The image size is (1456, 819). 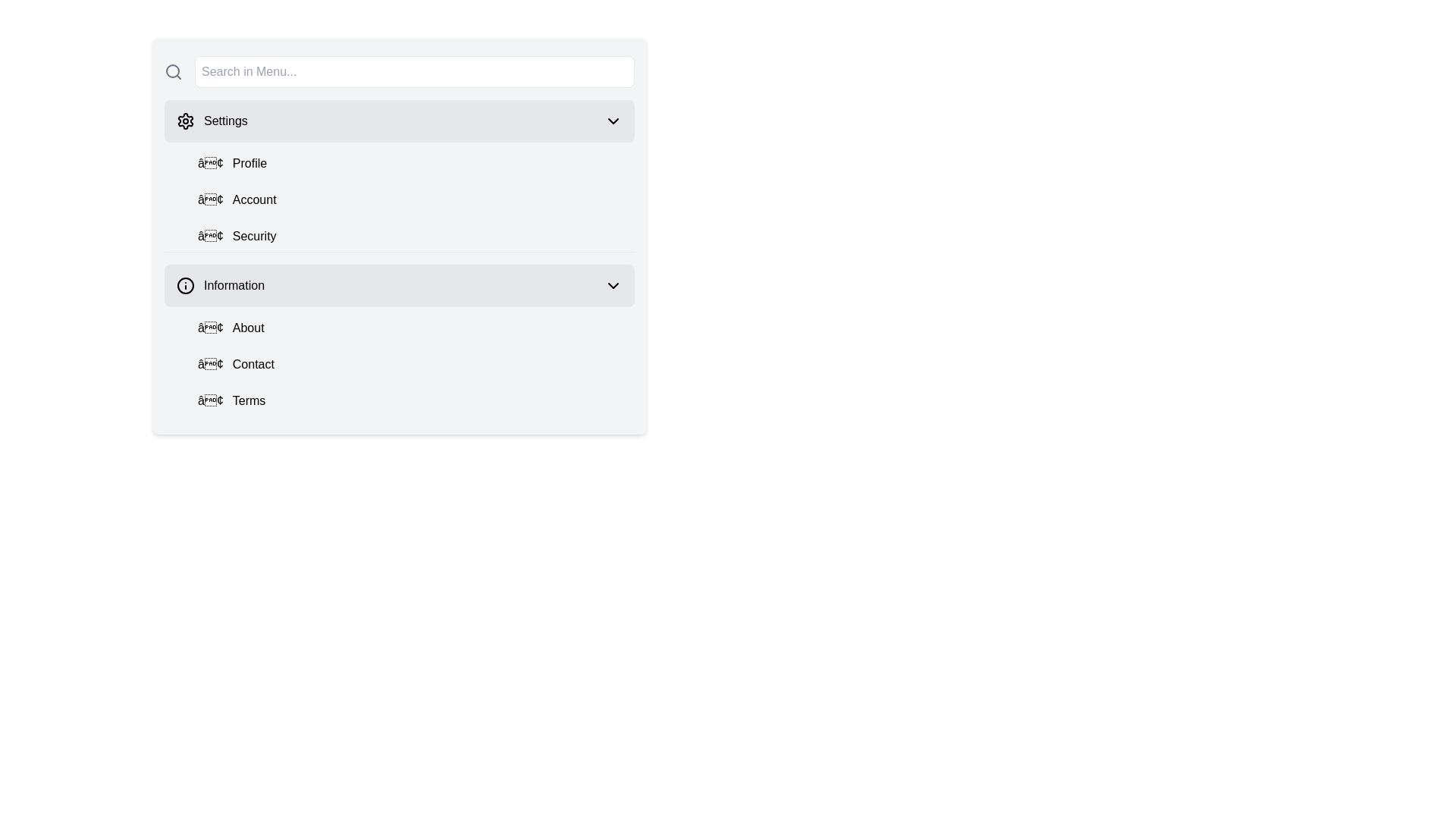 I want to click on the 'Account' text label located in the settings menu, so click(x=254, y=199).